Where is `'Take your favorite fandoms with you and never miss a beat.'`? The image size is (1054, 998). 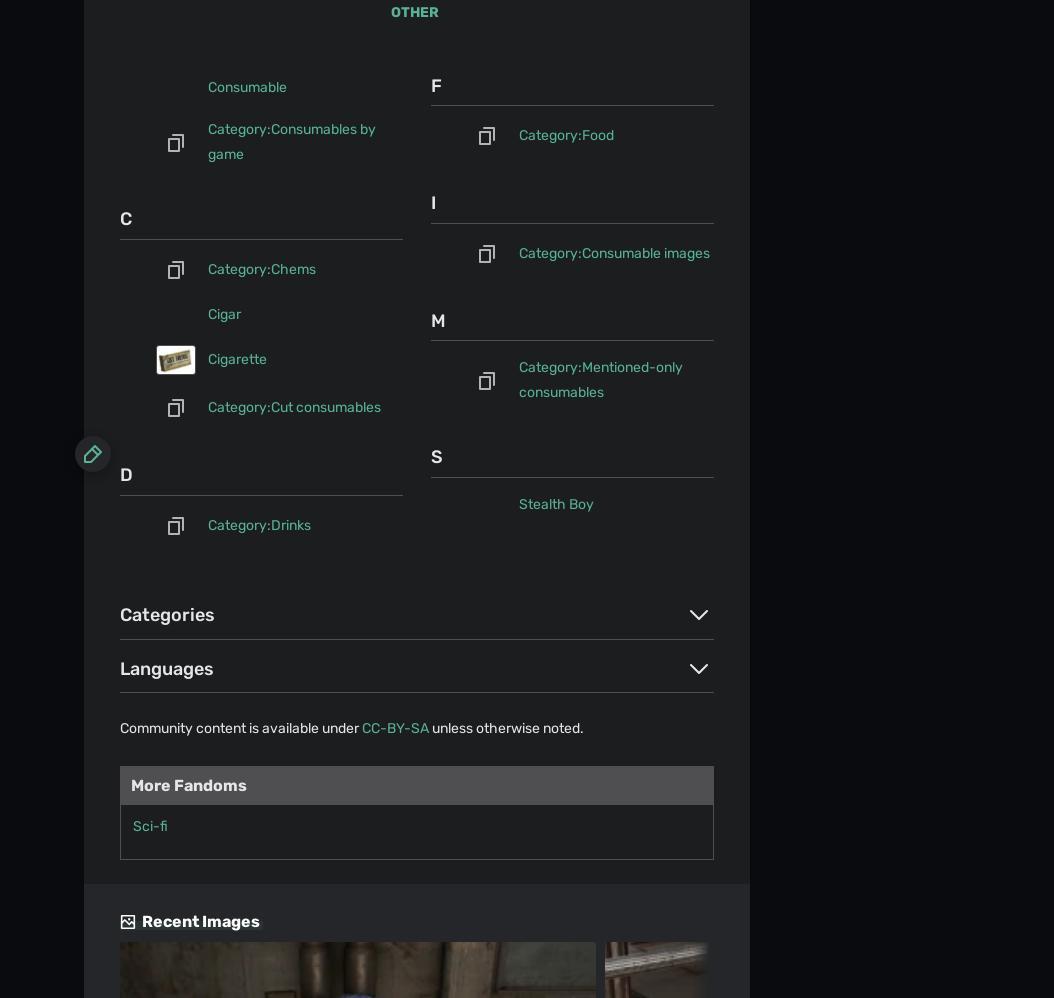
'Take your favorite fandoms with you and never miss a beat.' is located at coordinates (271, 551).